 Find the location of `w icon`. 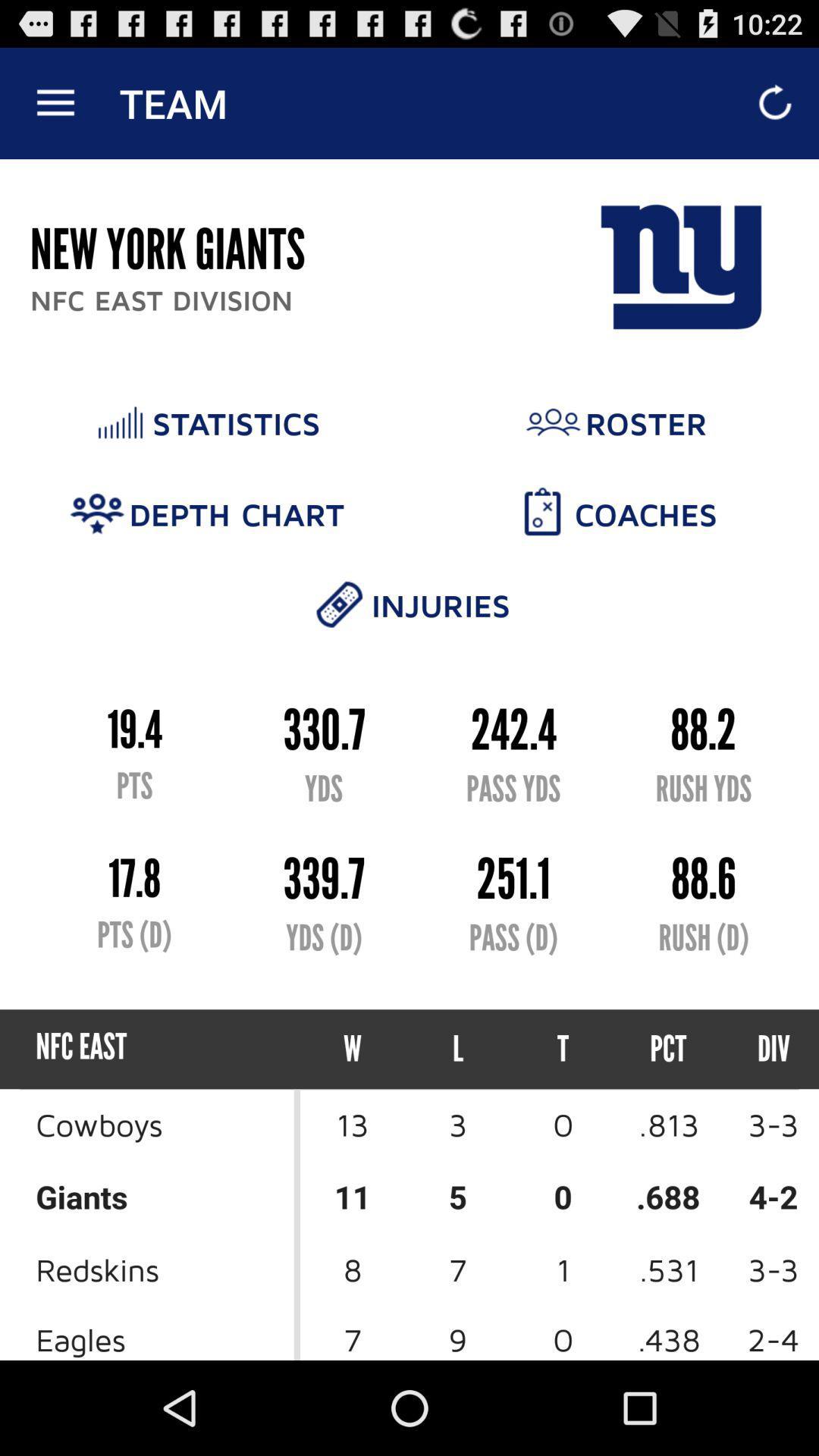

w icon is located at coordinates (353, 1048).